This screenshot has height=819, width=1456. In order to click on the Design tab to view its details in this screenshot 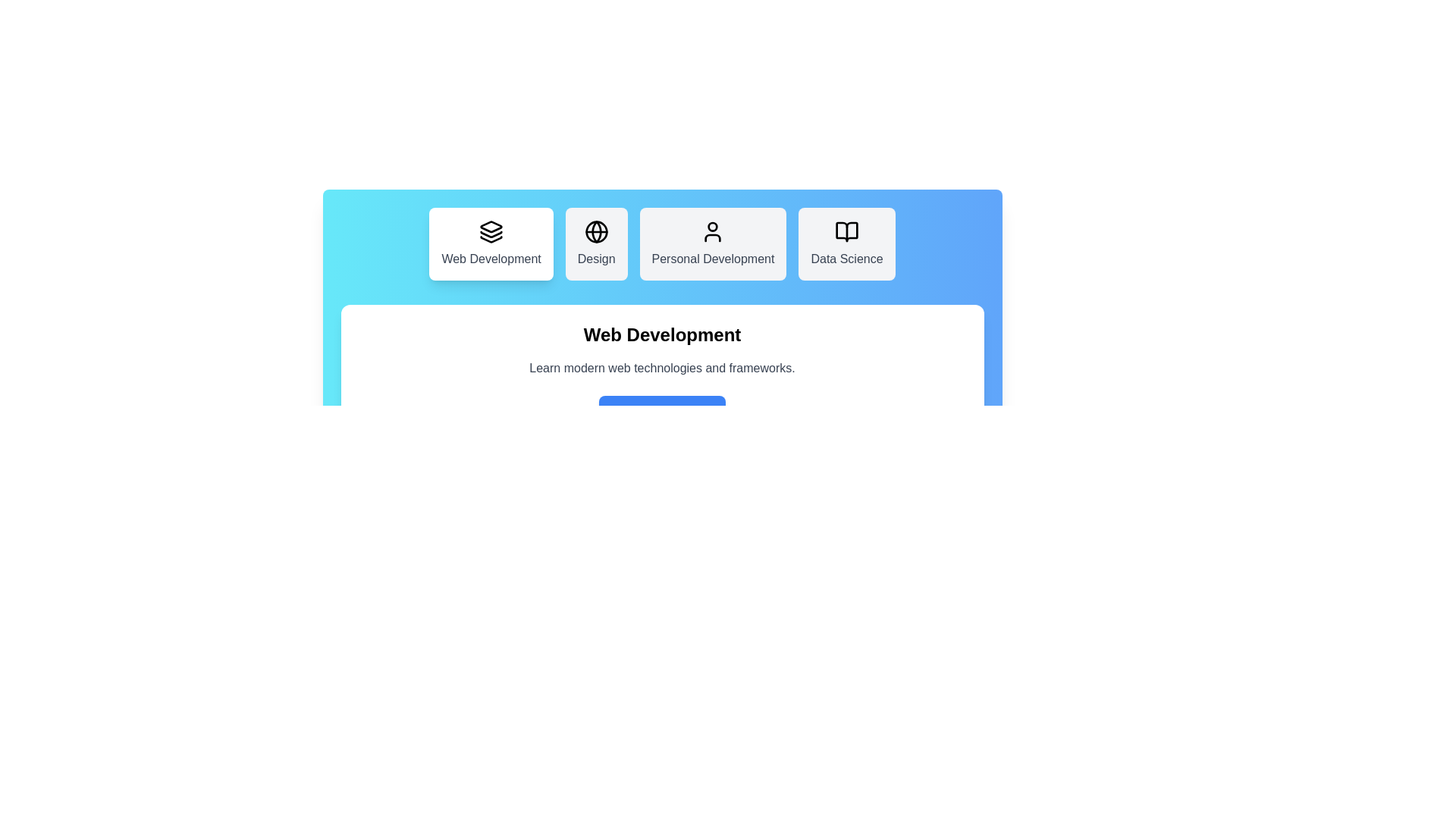, I will do `click(595, 243)`.